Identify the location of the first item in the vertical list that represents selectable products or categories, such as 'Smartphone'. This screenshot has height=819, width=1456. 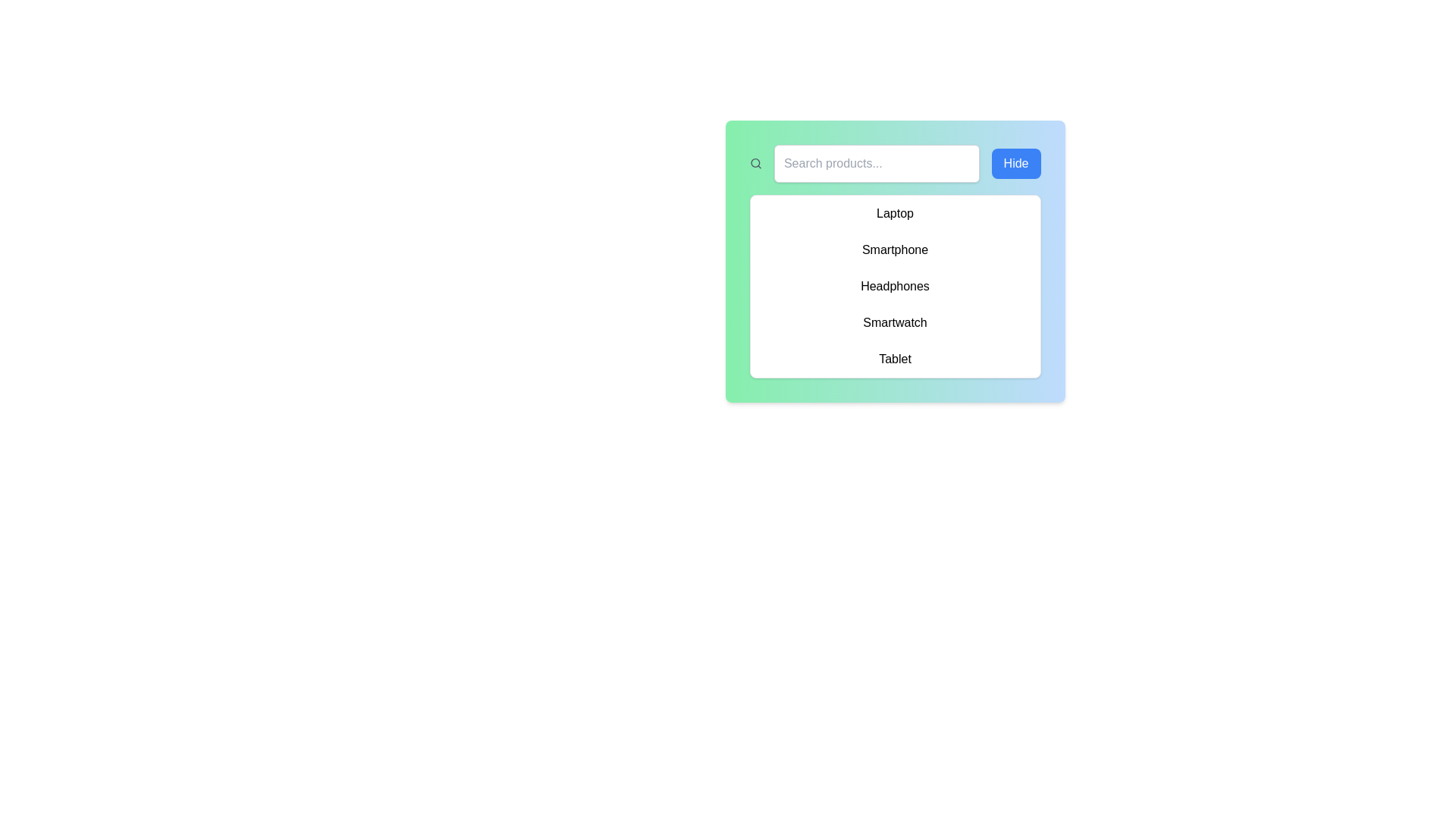
(895, 213).